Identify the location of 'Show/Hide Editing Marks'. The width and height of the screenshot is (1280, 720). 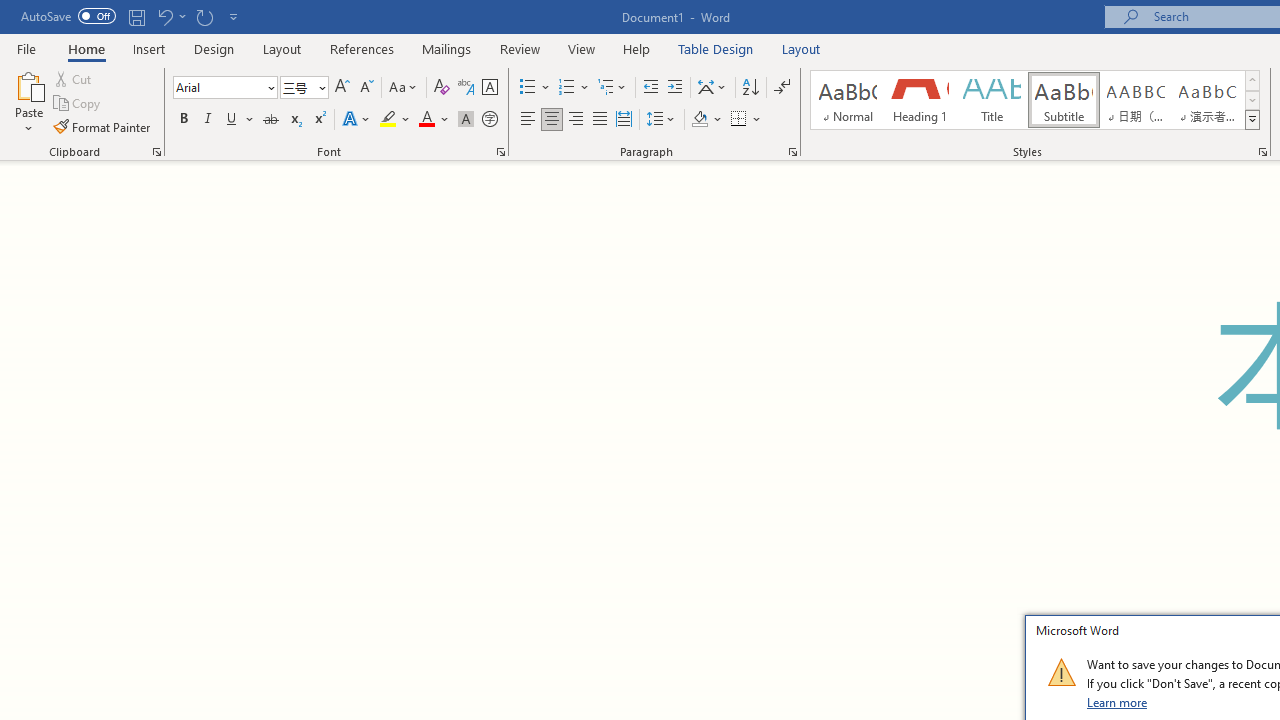
(781, 86).